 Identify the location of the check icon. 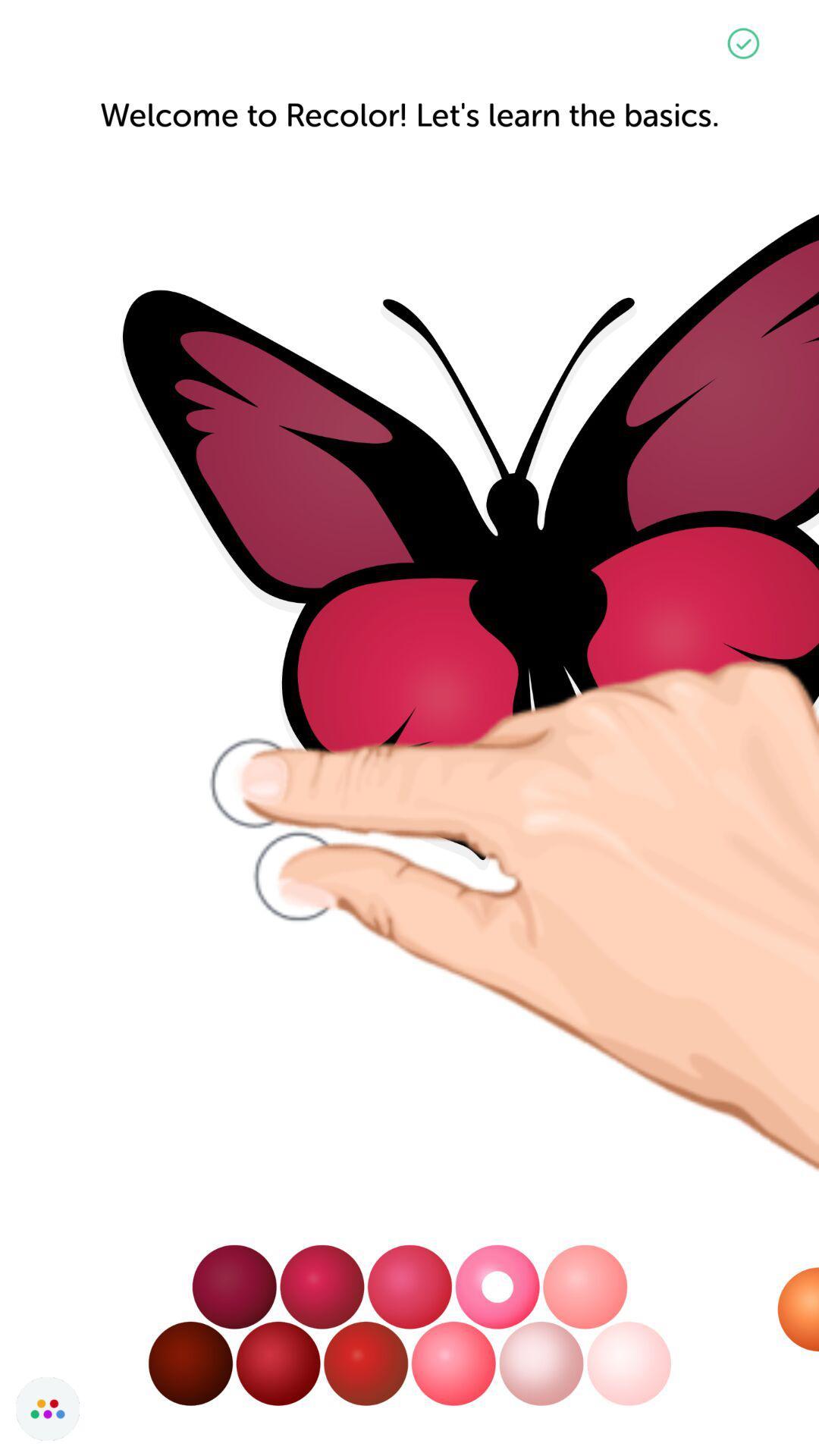
(742, 43).